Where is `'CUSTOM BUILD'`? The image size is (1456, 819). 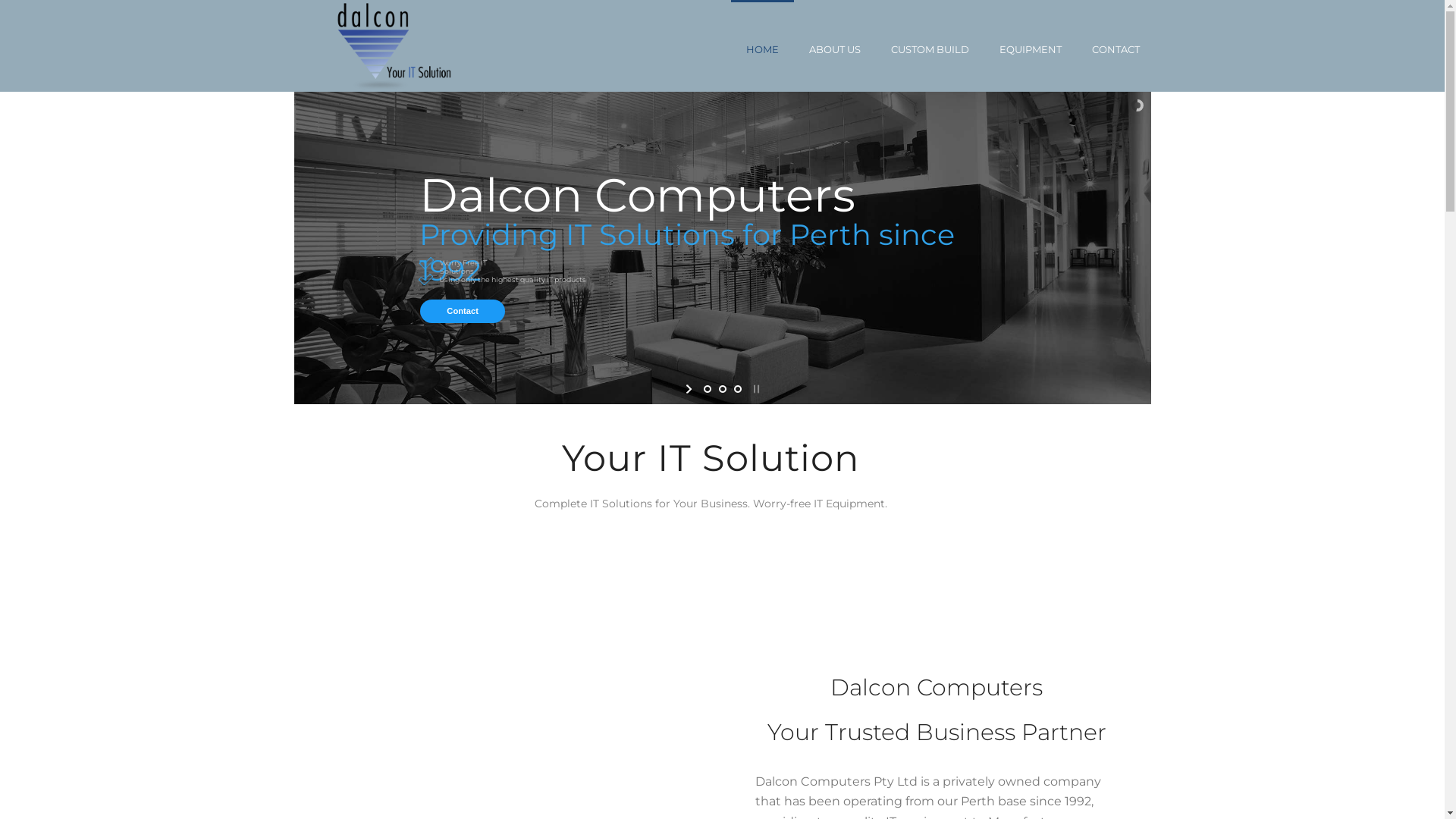
'CUSTOM BUILD' is located at coordinates (928, 45).